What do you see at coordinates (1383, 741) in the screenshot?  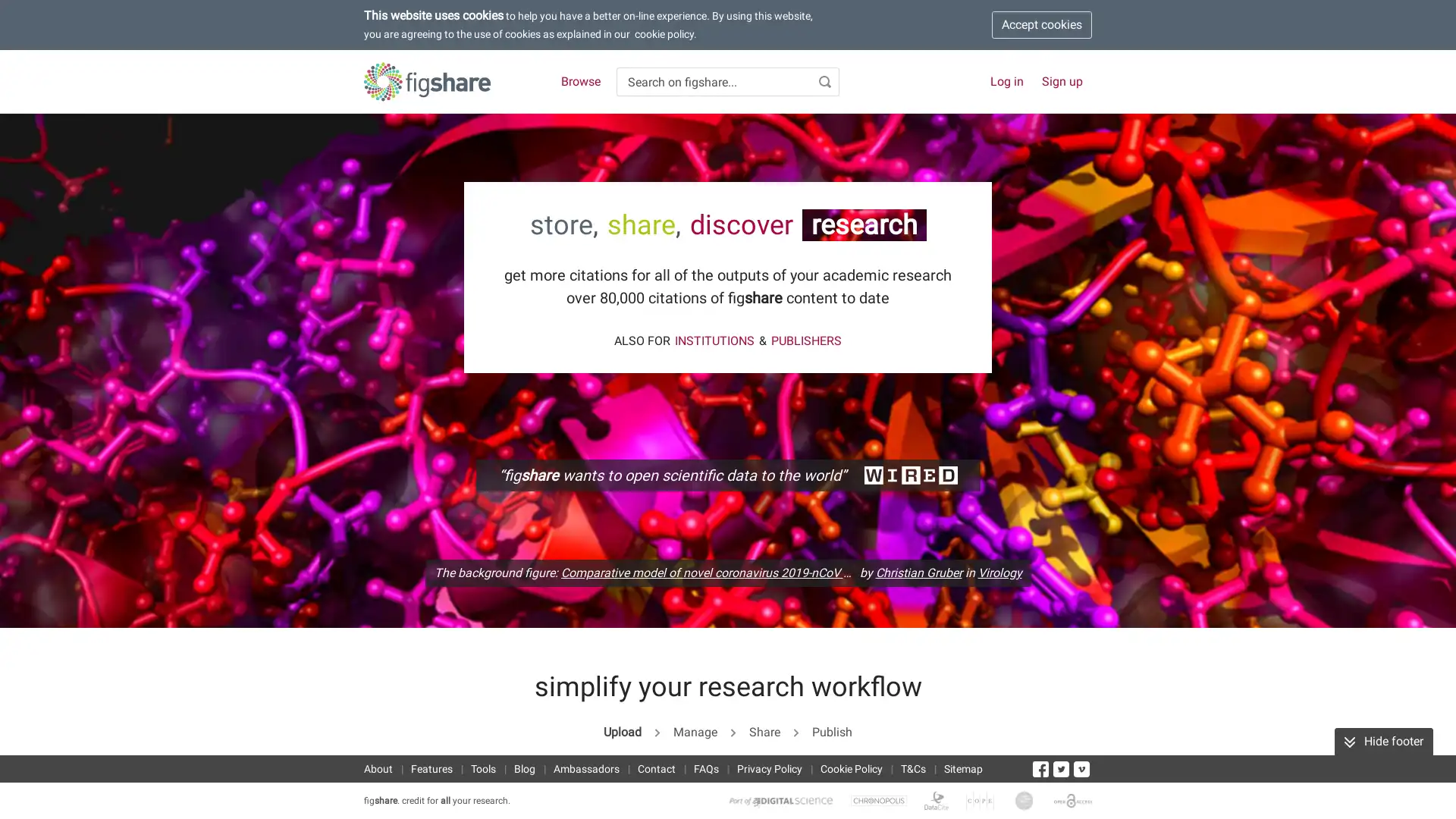 I see `Hide footer` at bounding box center [1383, 741].